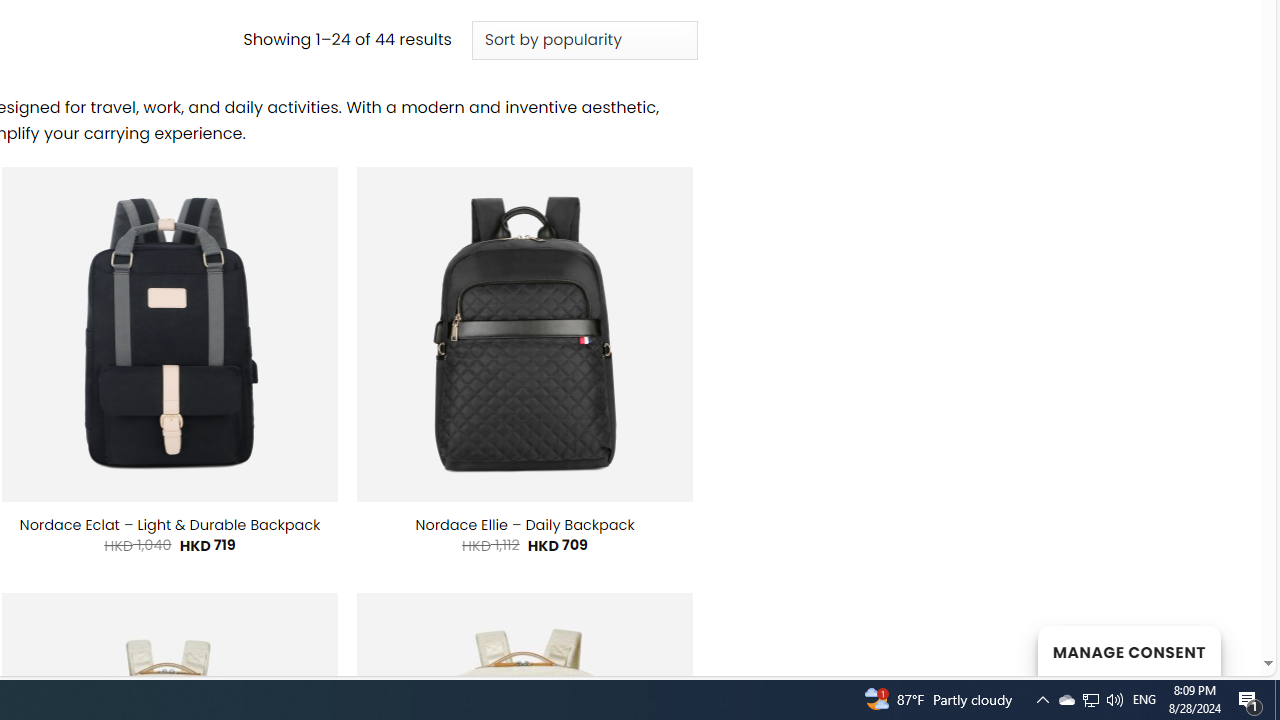 This screenshot has height=720, width=1280. What do you see at coordinates (583, 41) in the screenshot?
I see `'Shop order'` at bounding box center [583, 41].